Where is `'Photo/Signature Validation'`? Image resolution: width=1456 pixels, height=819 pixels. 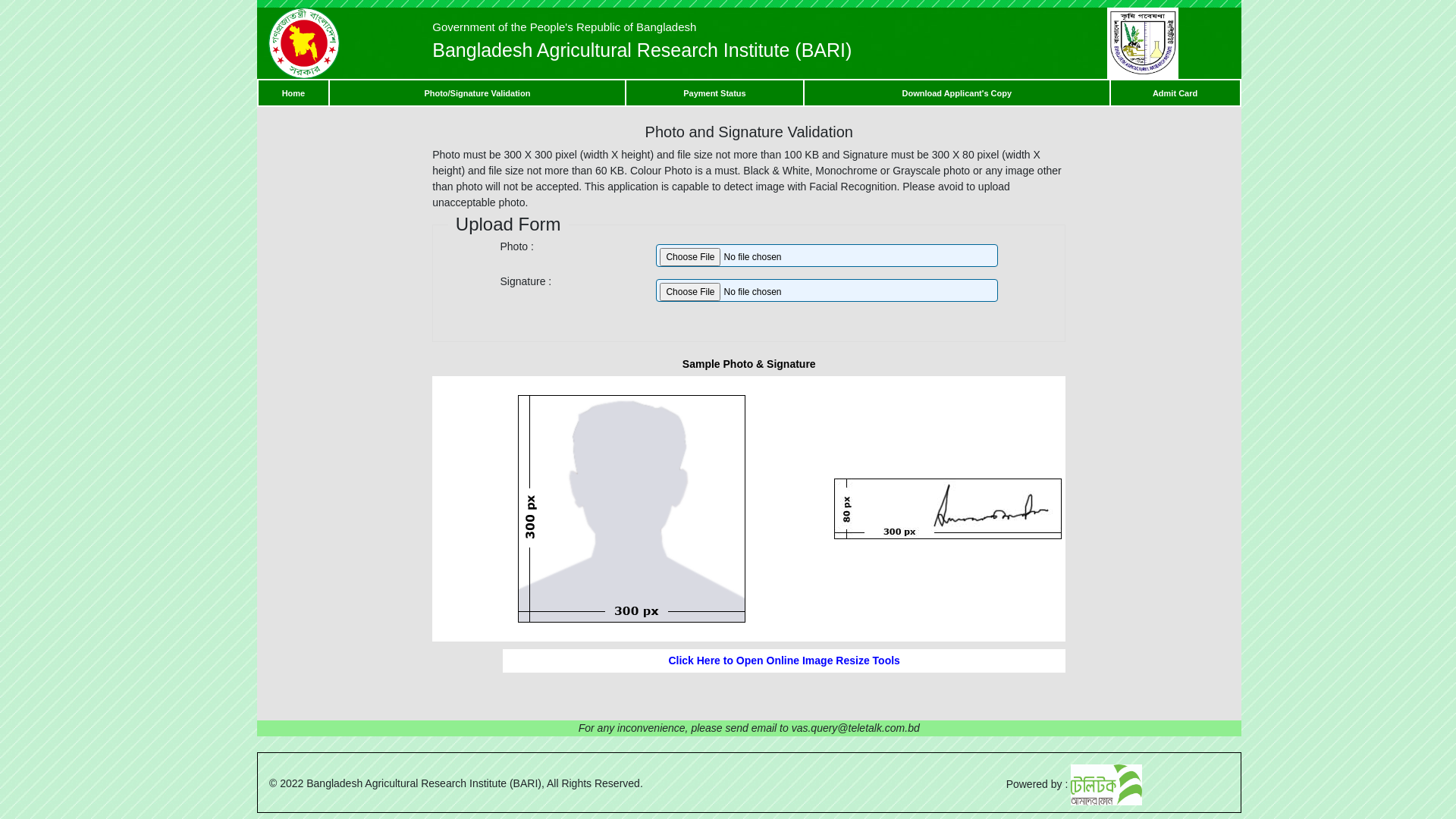 'Photo/Signature Validation' is located at coordinates (423, 93).